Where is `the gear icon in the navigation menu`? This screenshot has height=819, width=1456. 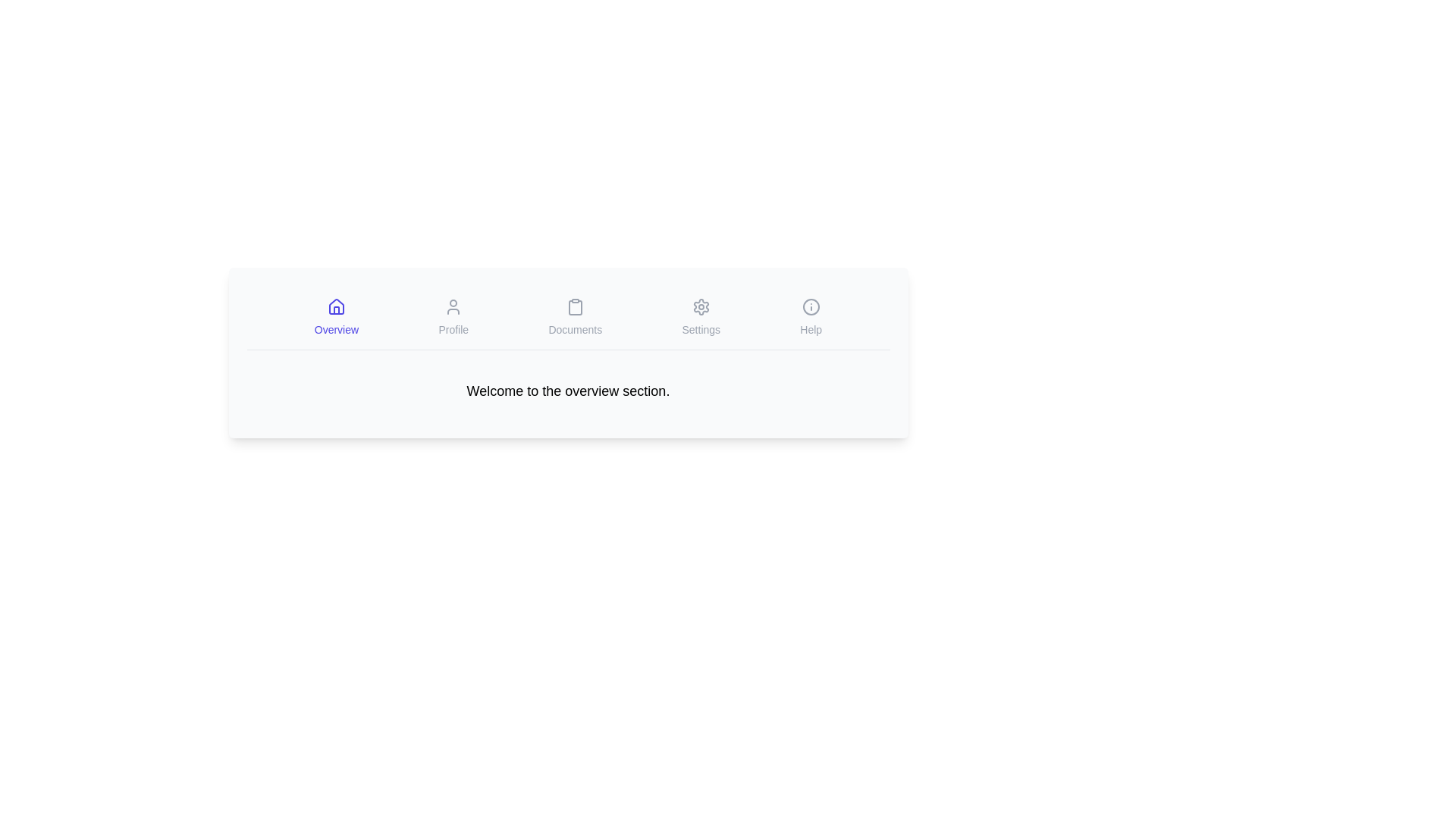 the gear icon in the navigation menu is located at coordinates (700, 307).